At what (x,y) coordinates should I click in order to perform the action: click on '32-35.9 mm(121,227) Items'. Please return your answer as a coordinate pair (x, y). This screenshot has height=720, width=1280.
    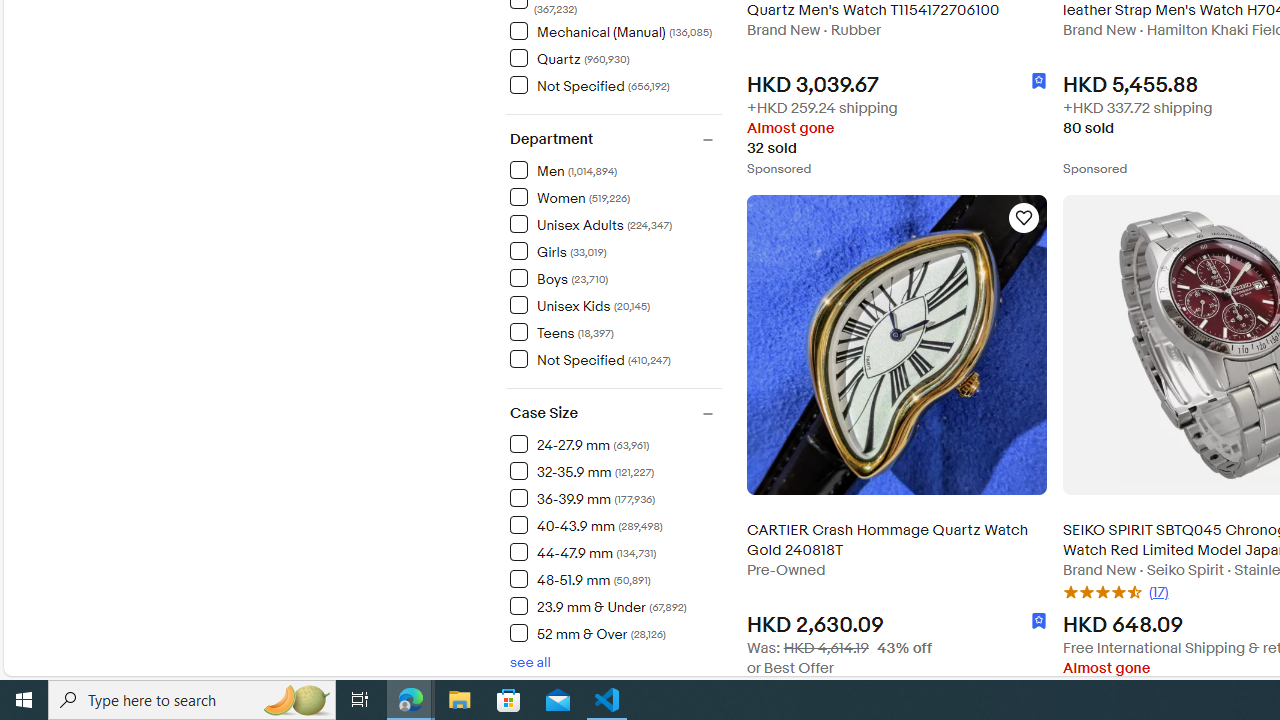
    Looking at the image, I should click on (614, 470).